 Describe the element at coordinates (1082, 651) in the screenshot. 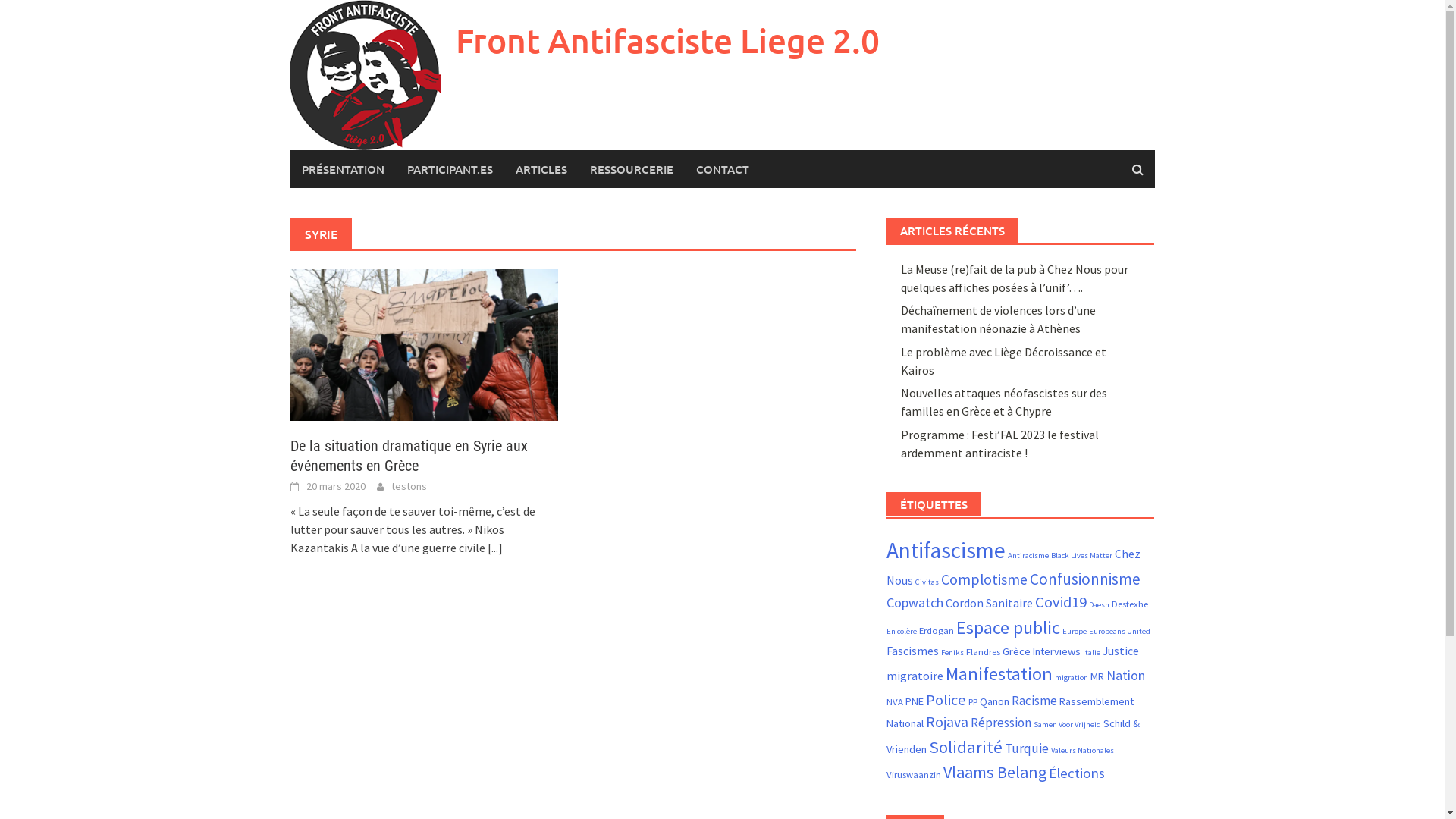

I see `'Italie'` at that location.